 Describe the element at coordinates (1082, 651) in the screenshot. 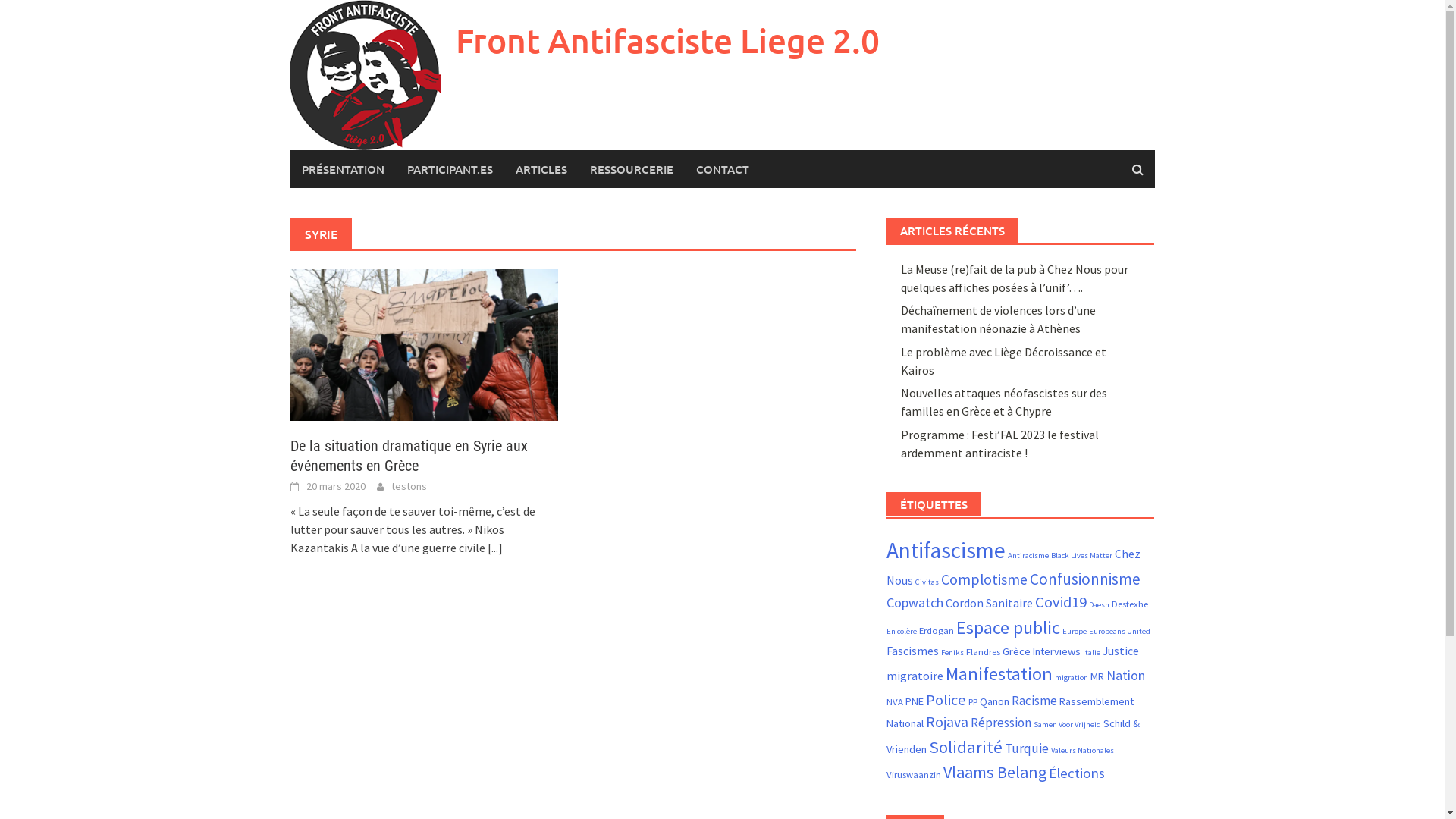

I see `'Italie'` at that location.